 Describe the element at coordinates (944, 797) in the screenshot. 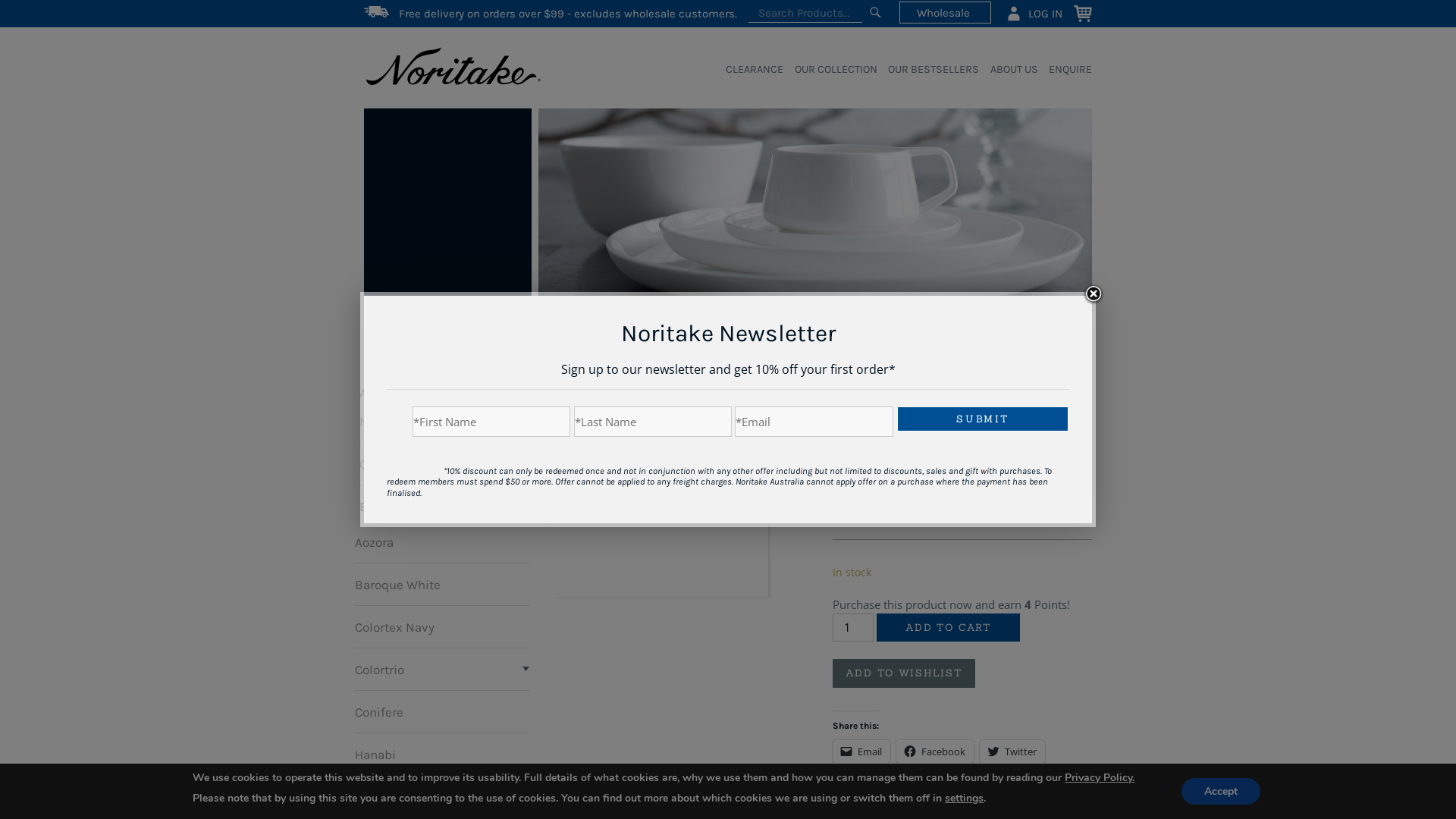

I see `'settings'` at that location.